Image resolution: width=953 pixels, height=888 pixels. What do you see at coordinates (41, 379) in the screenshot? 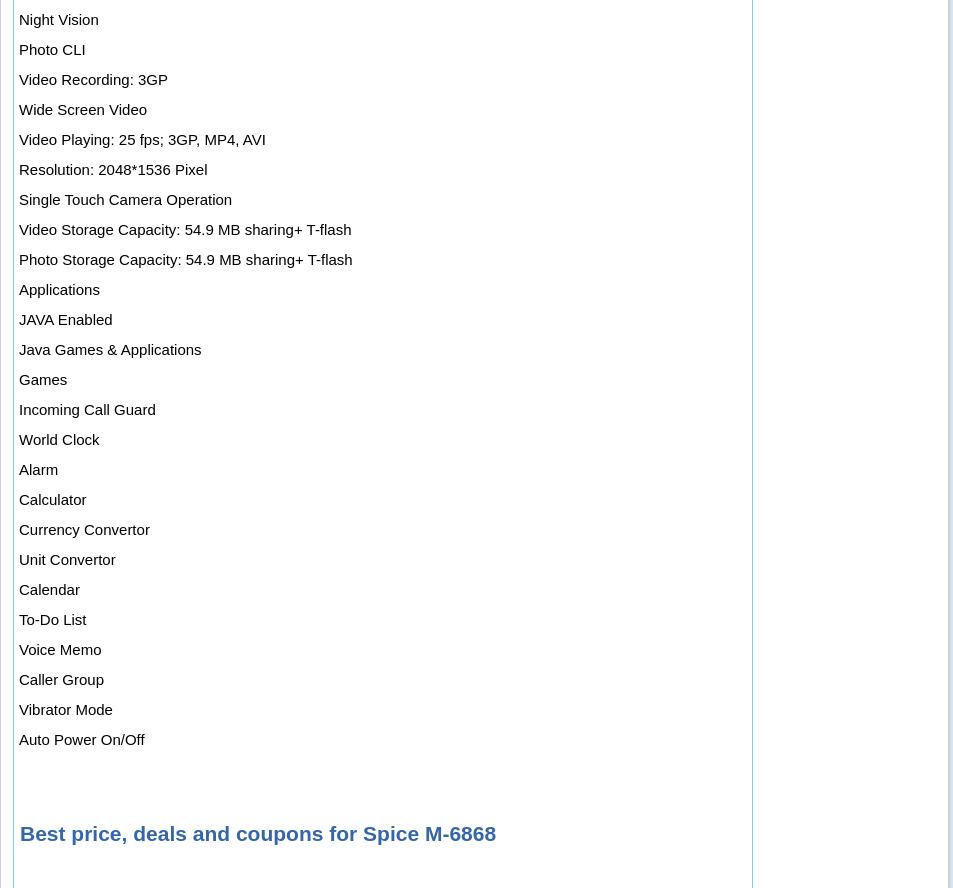
I see `'Games'` at bounding box center [41, 379].